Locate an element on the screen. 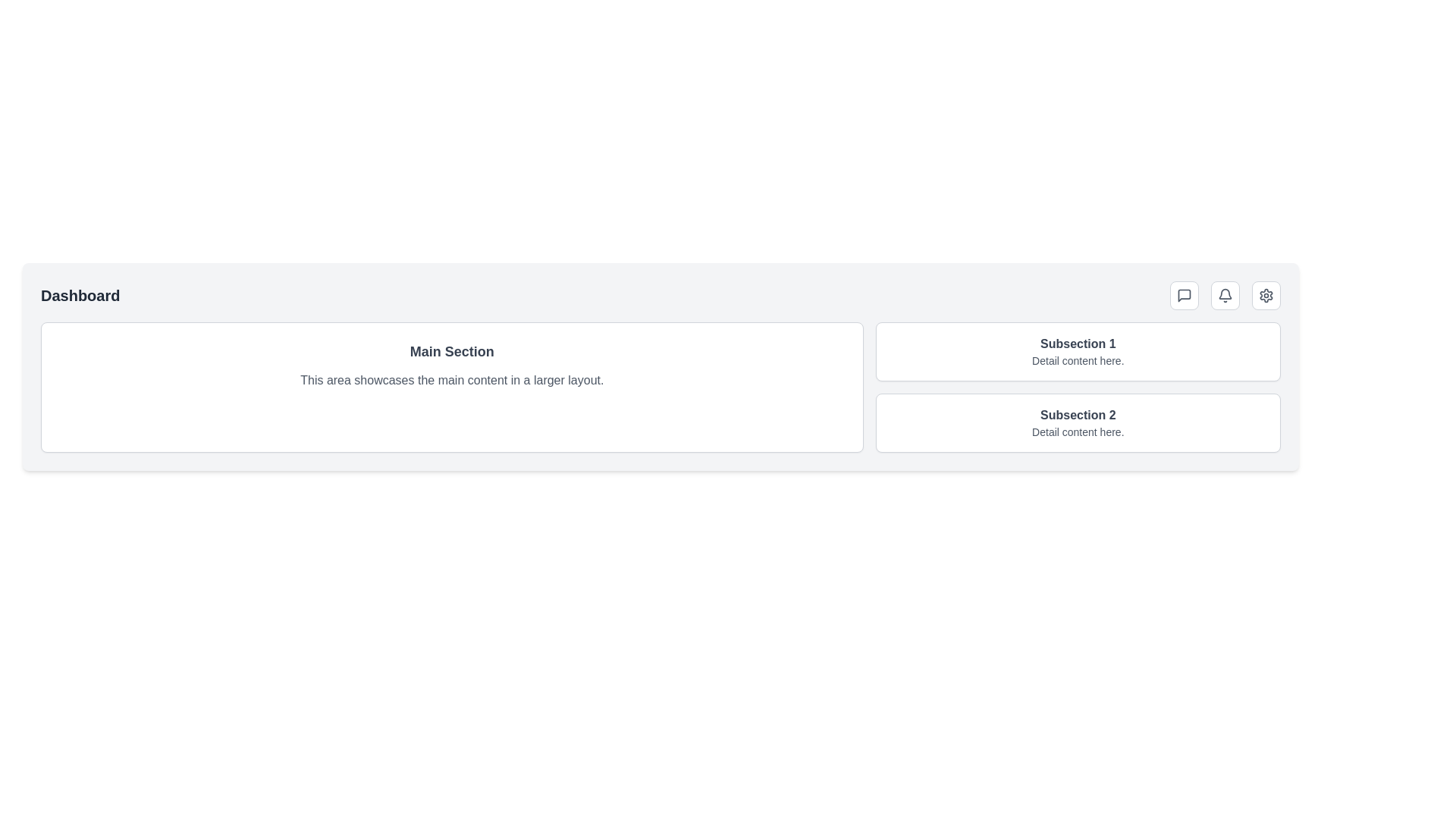  the speech bubble icon located in the top-right corner of the interface is located at coordinates (1183, 295).